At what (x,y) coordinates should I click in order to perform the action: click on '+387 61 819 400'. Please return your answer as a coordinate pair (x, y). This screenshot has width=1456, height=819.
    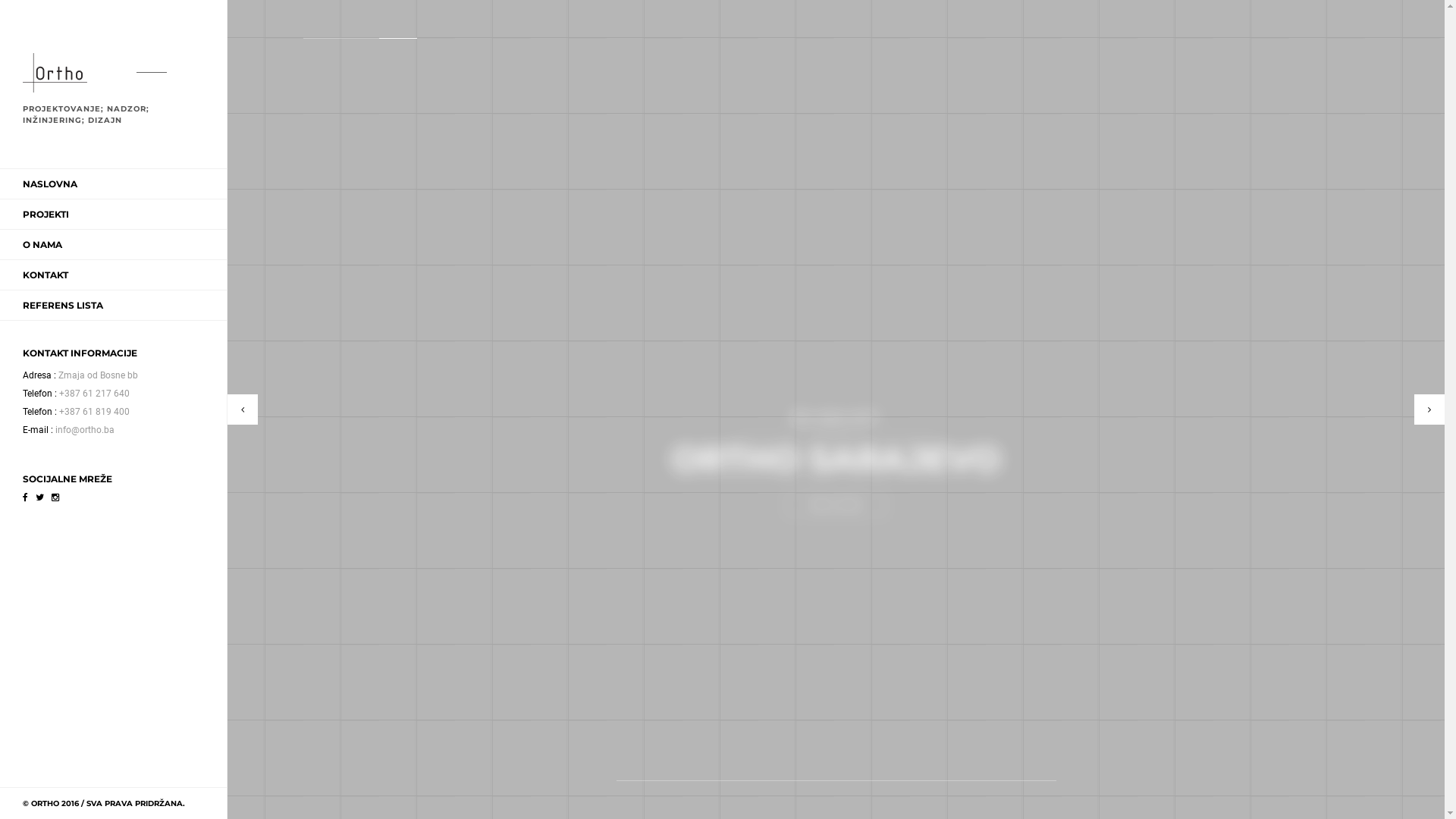
    Looking at the image, I should click on (90, 412).